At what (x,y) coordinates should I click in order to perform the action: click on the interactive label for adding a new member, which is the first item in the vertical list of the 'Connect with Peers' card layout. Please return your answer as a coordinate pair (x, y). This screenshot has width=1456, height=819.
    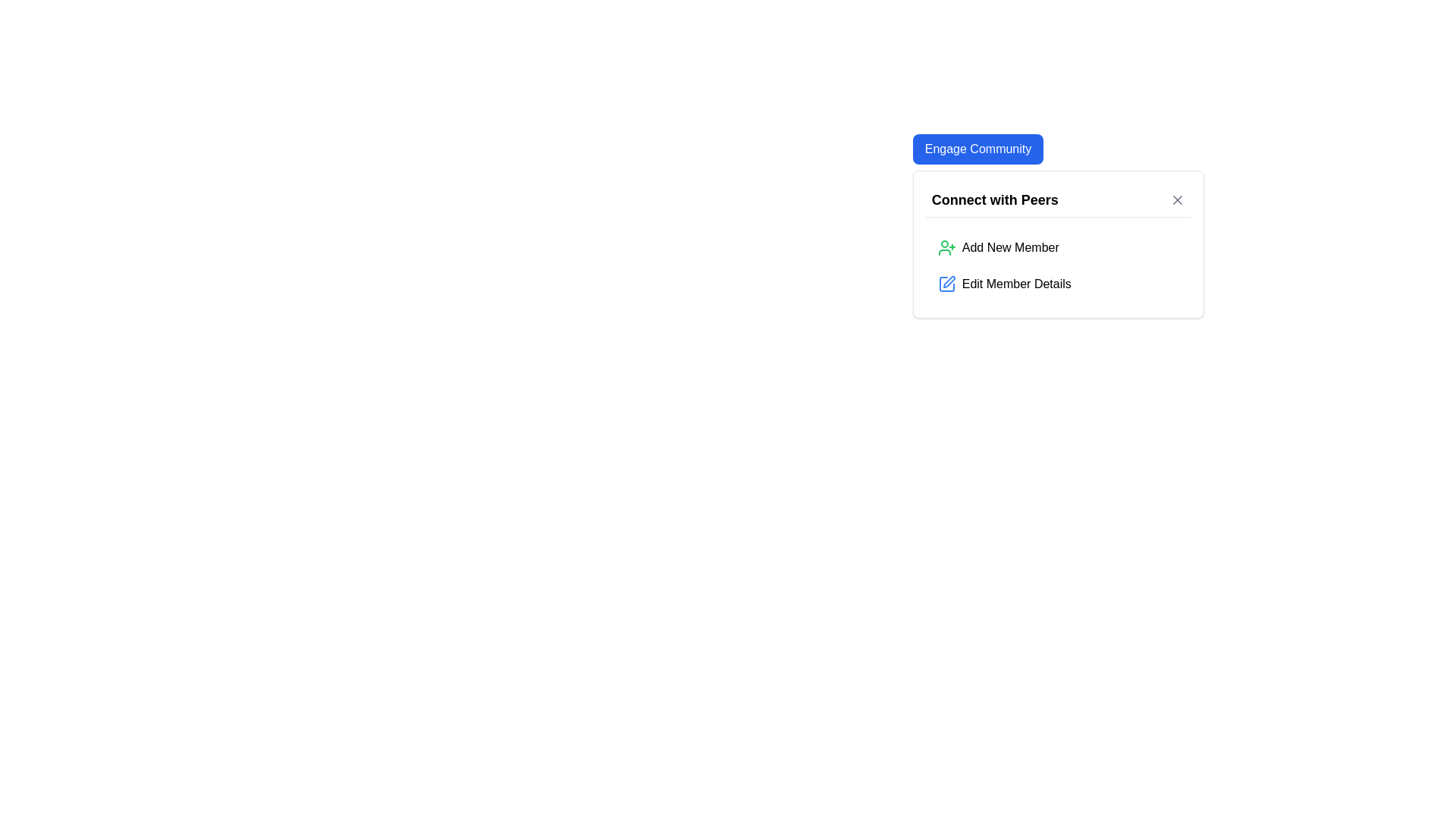
    Looking at the image, I should click on (1010, 247).